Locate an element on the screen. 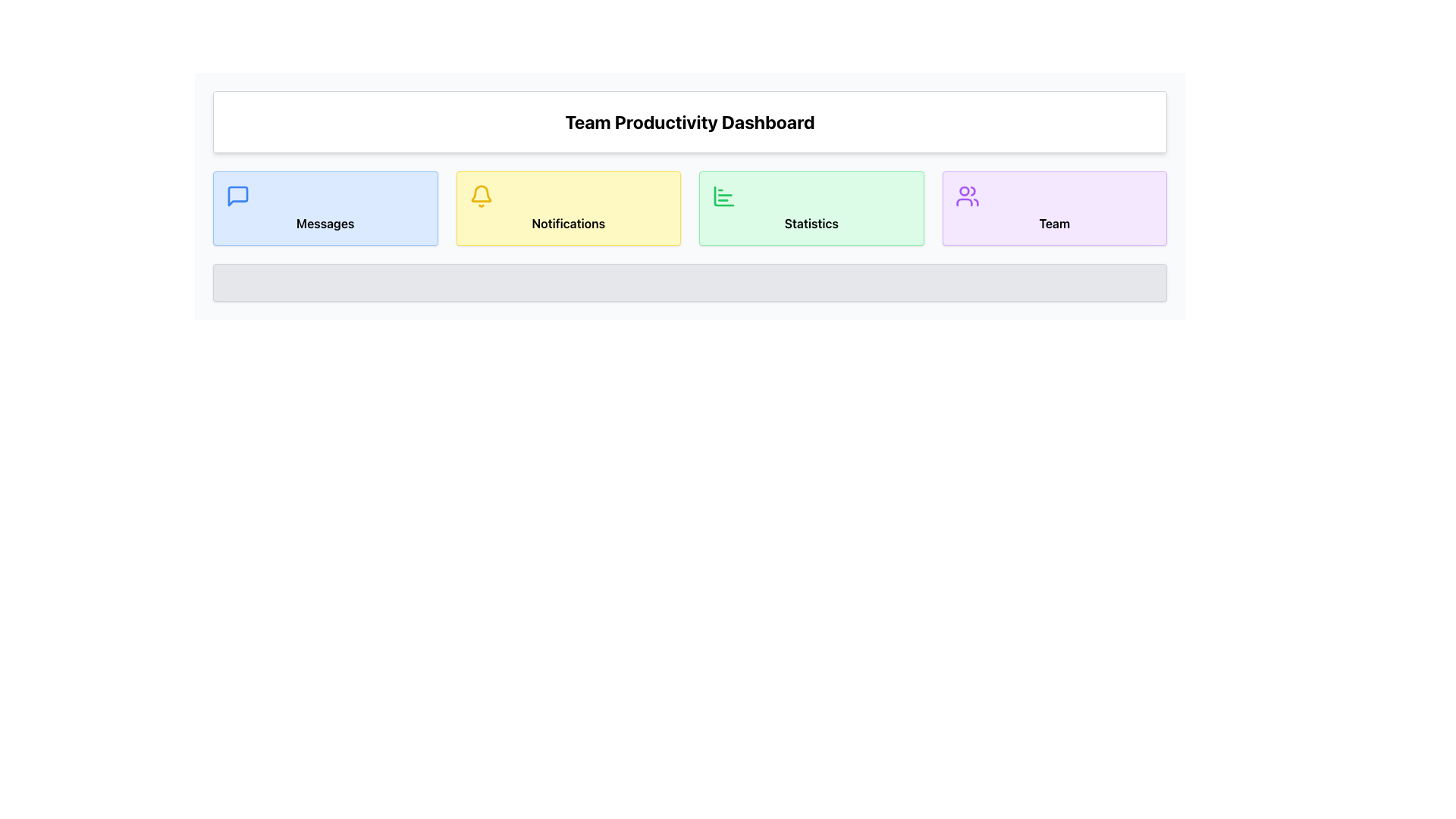  text label 'Notifications' which is a bold semibold font on a yellow background card, located in the second card from the left in the dashboard section is located at coordinates (567, 223).